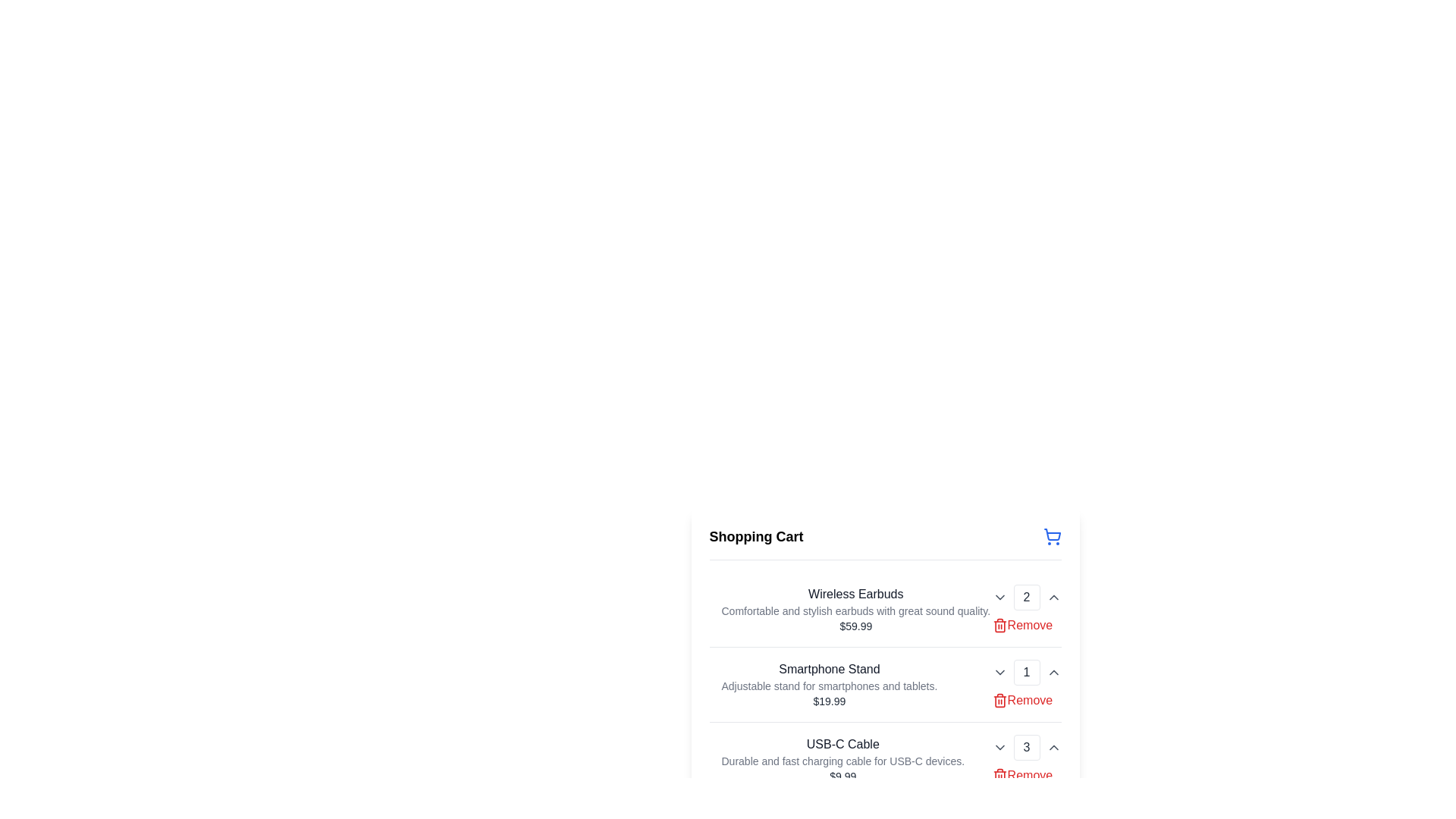 The image size is (1456, 819). Describe the element at coordinates (1026, 747) in the screenshot. I see `the bordered numeric data box, which represents a quantity in the shopping cart` at that location.